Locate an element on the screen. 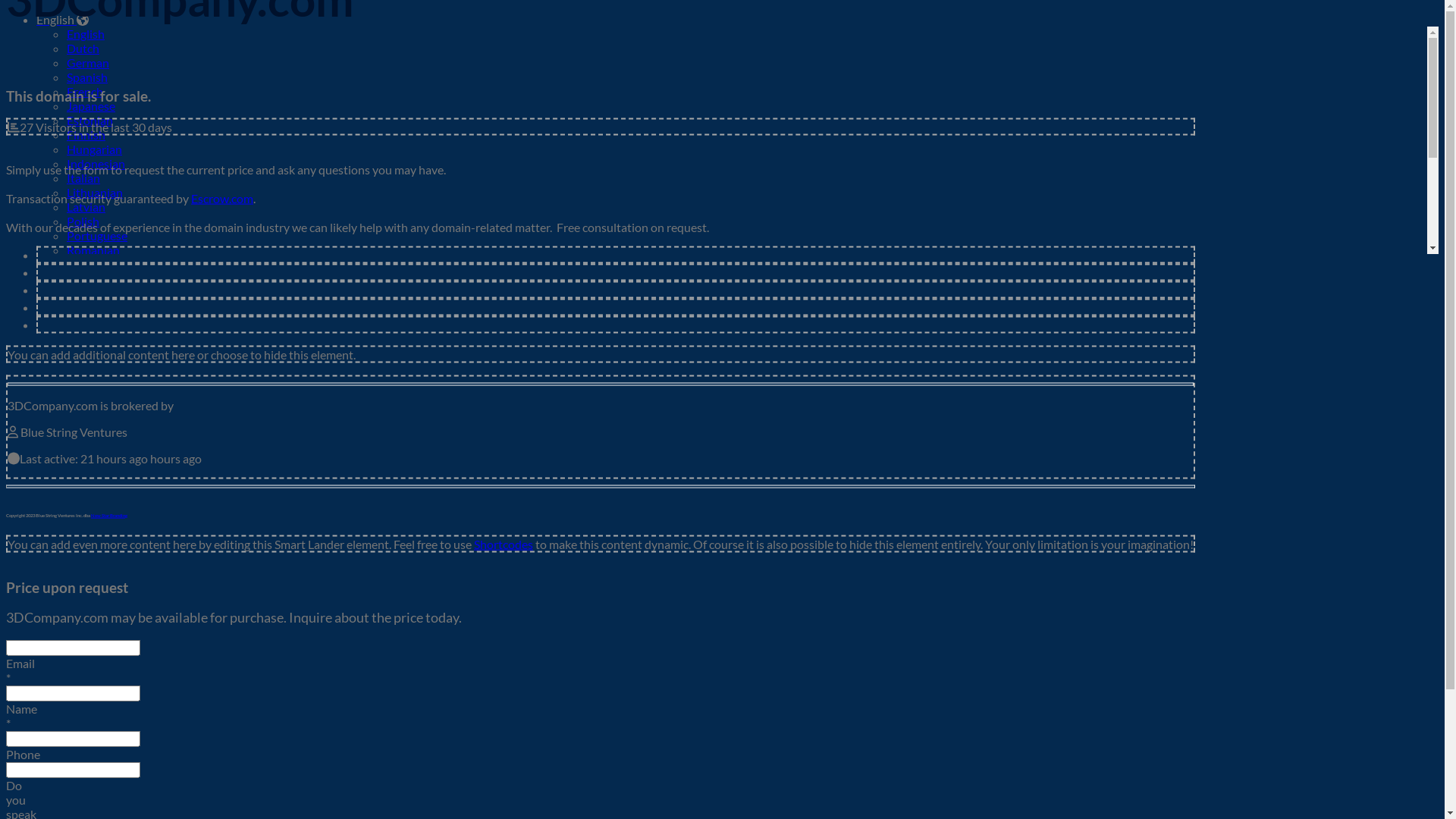  'New Star Branding' is located at coordinates (90, 513).